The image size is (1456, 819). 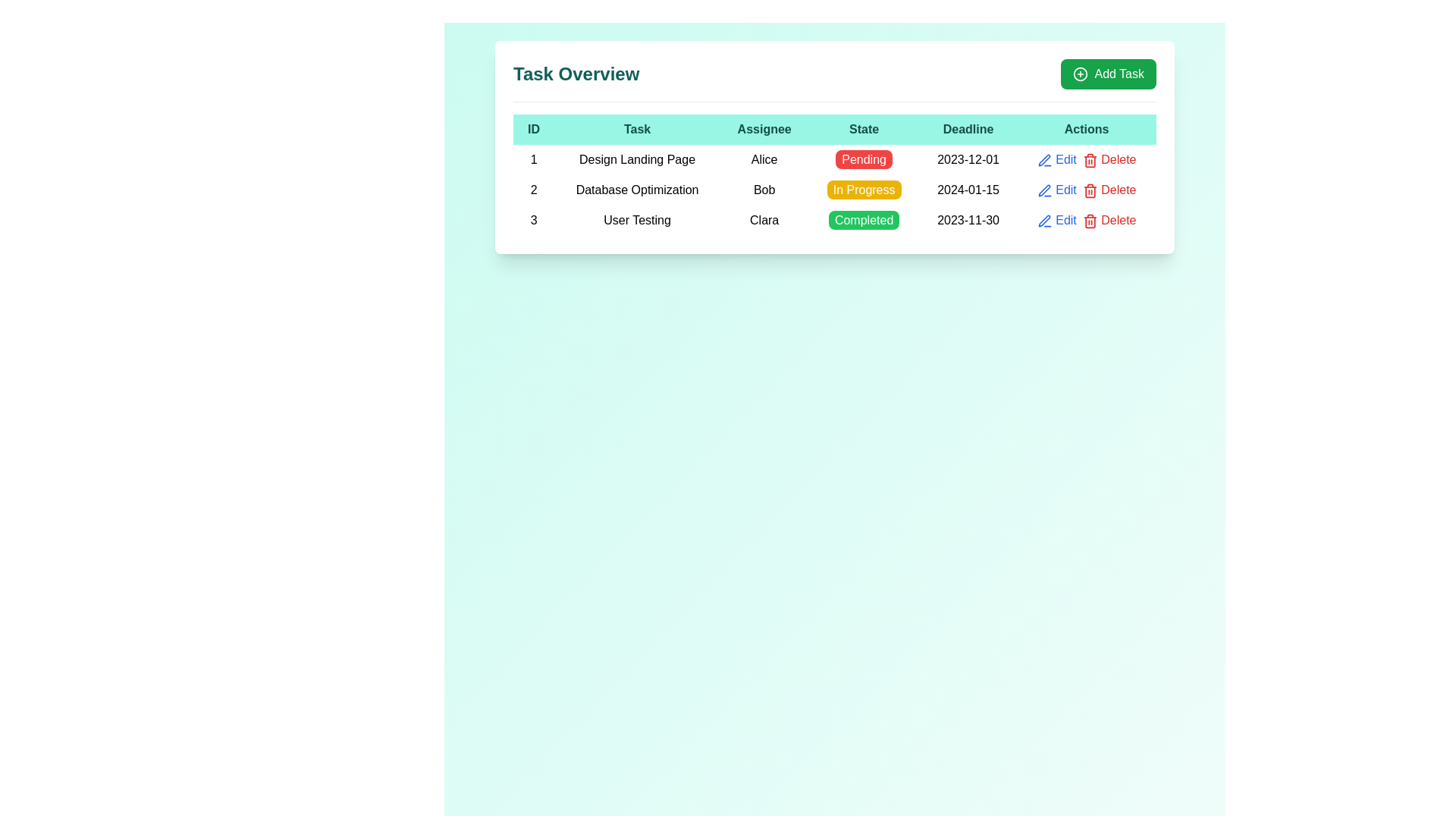 What do you see at coordinates (1043, 160) in the screenshot?
I see `the 'Edit' icon in the 'Actions' column of the data table` at bounding box center [1043, 160].